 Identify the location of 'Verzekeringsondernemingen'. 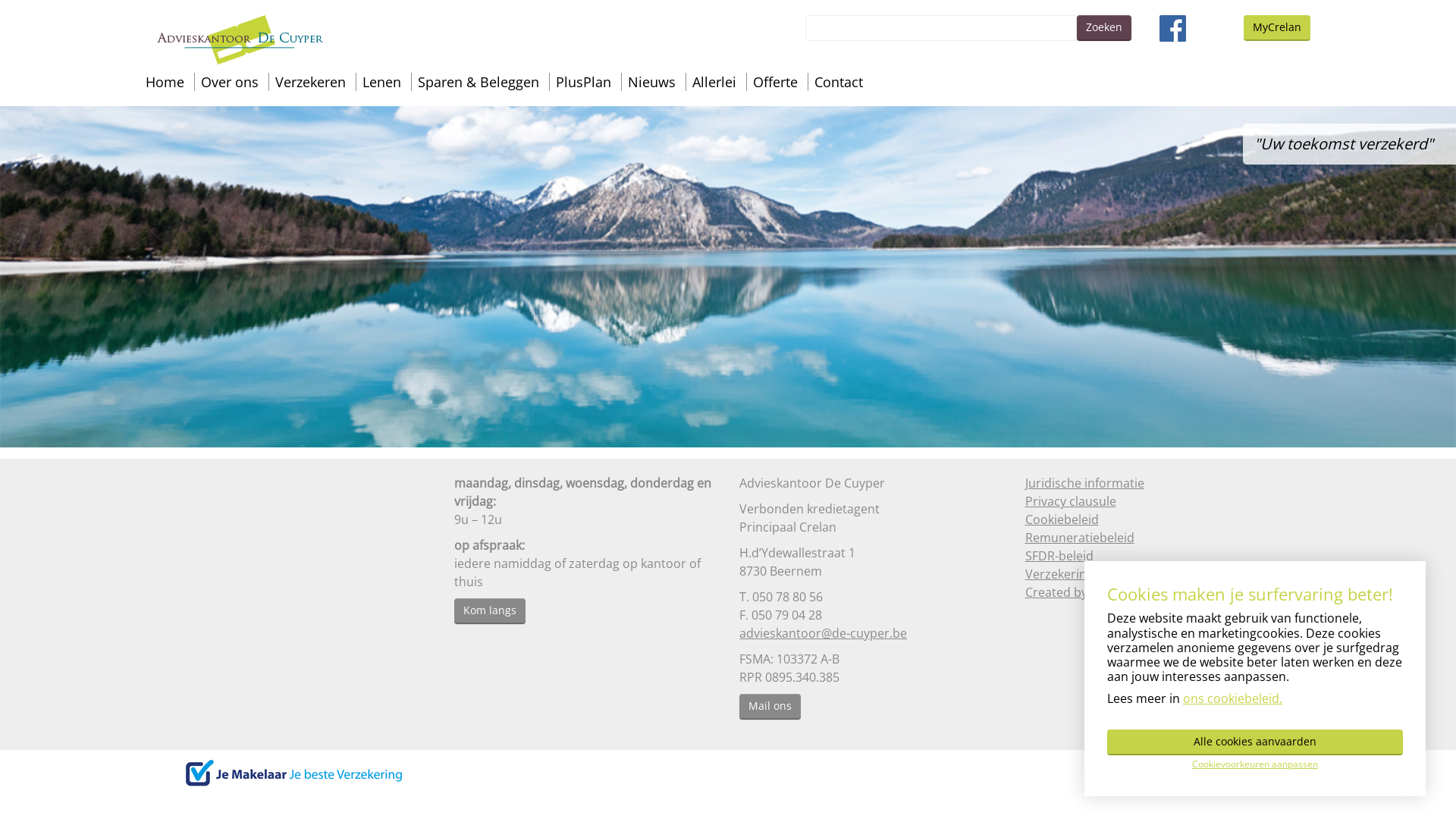
(1109, 573).